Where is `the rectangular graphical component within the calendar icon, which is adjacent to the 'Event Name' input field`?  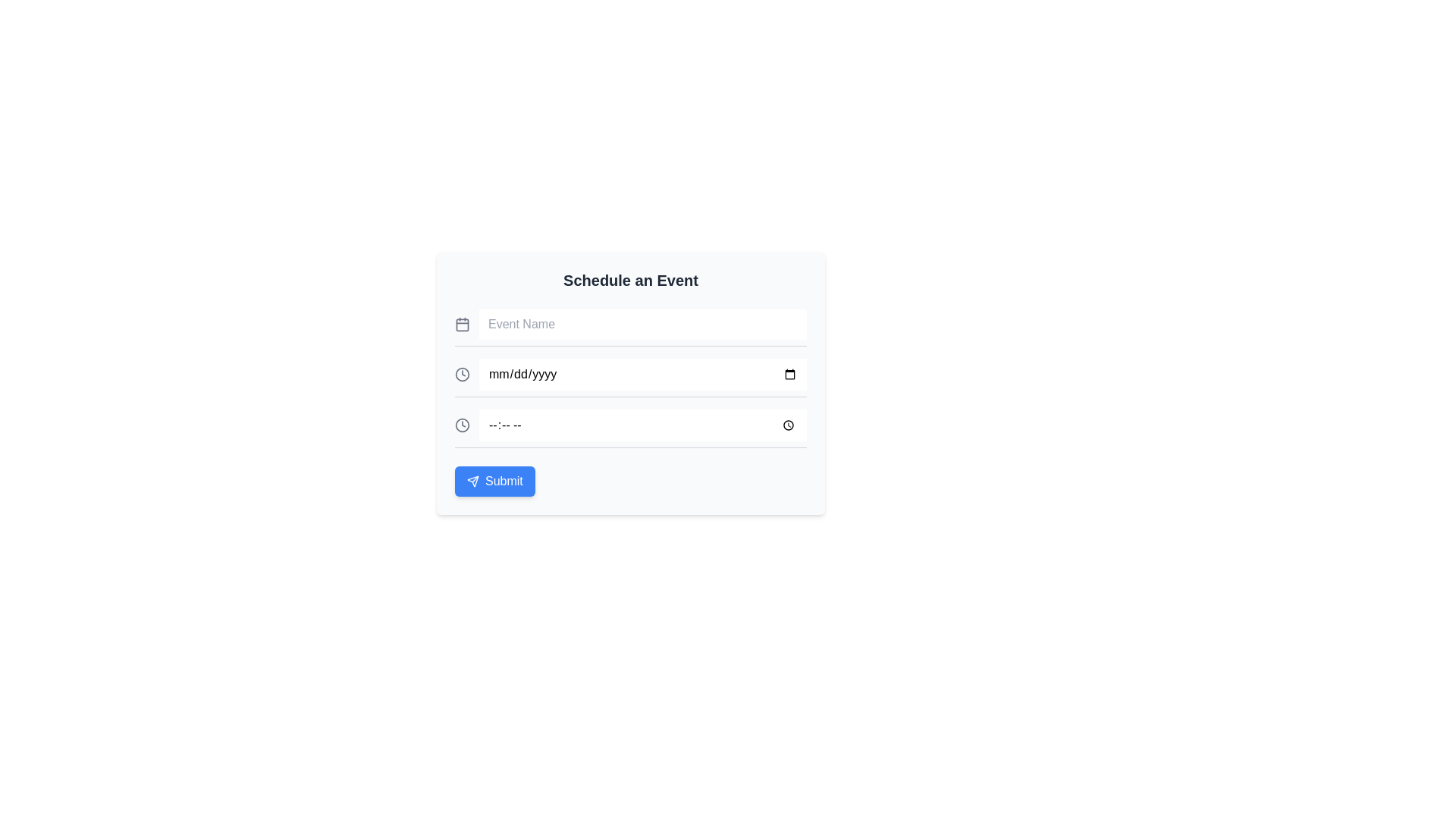 the rectangular graphical component within the calendar icon, which is adjacent to the 'Event Name' input field is located at coordinates (461, 324).